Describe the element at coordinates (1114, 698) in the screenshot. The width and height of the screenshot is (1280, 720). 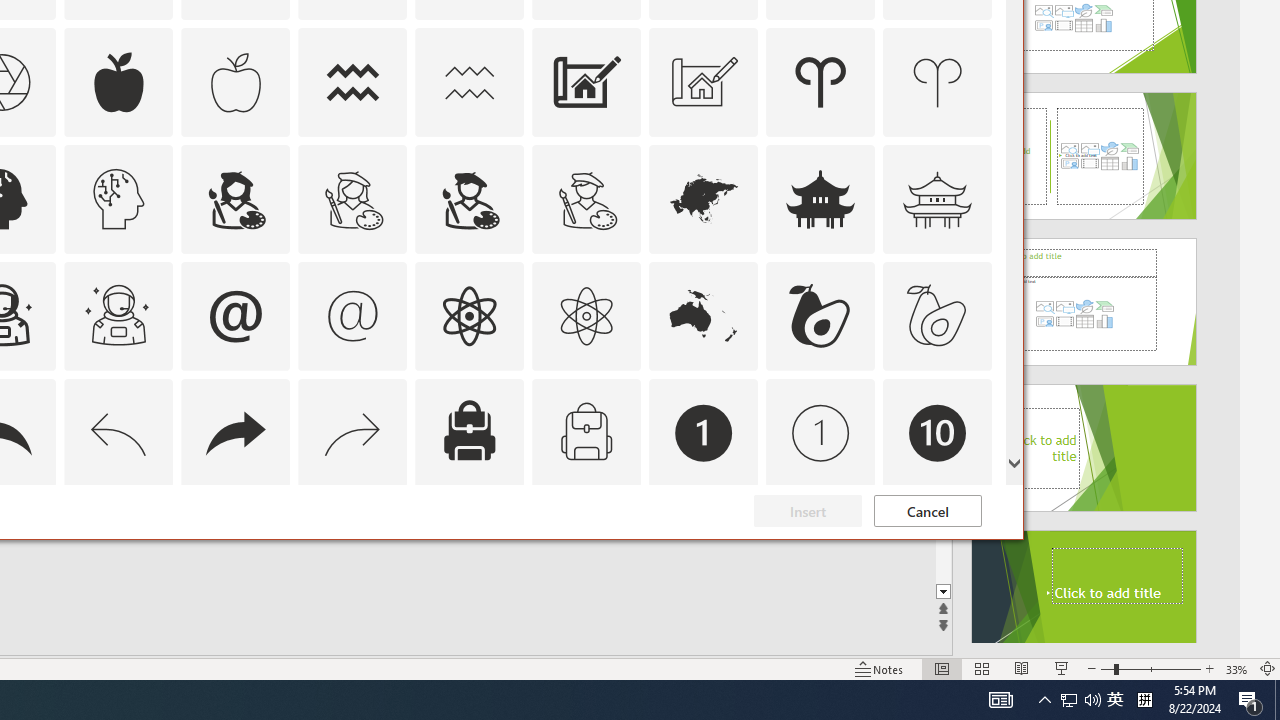
I see `'IME Mode Icon - IME is disabled'` at that location.